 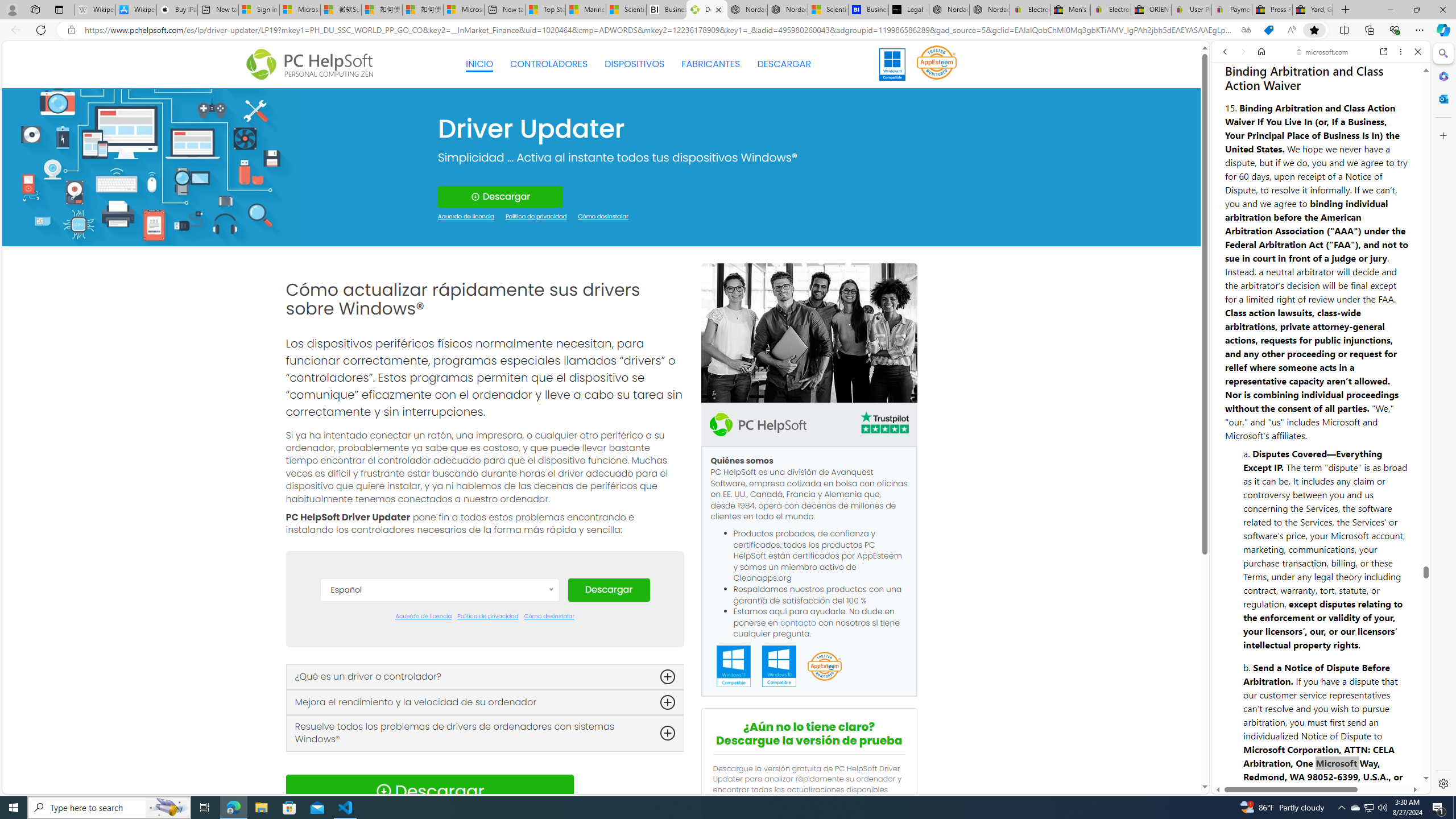 I want to click on 'Windows 11 Compatible', so click(x=733, y=666).